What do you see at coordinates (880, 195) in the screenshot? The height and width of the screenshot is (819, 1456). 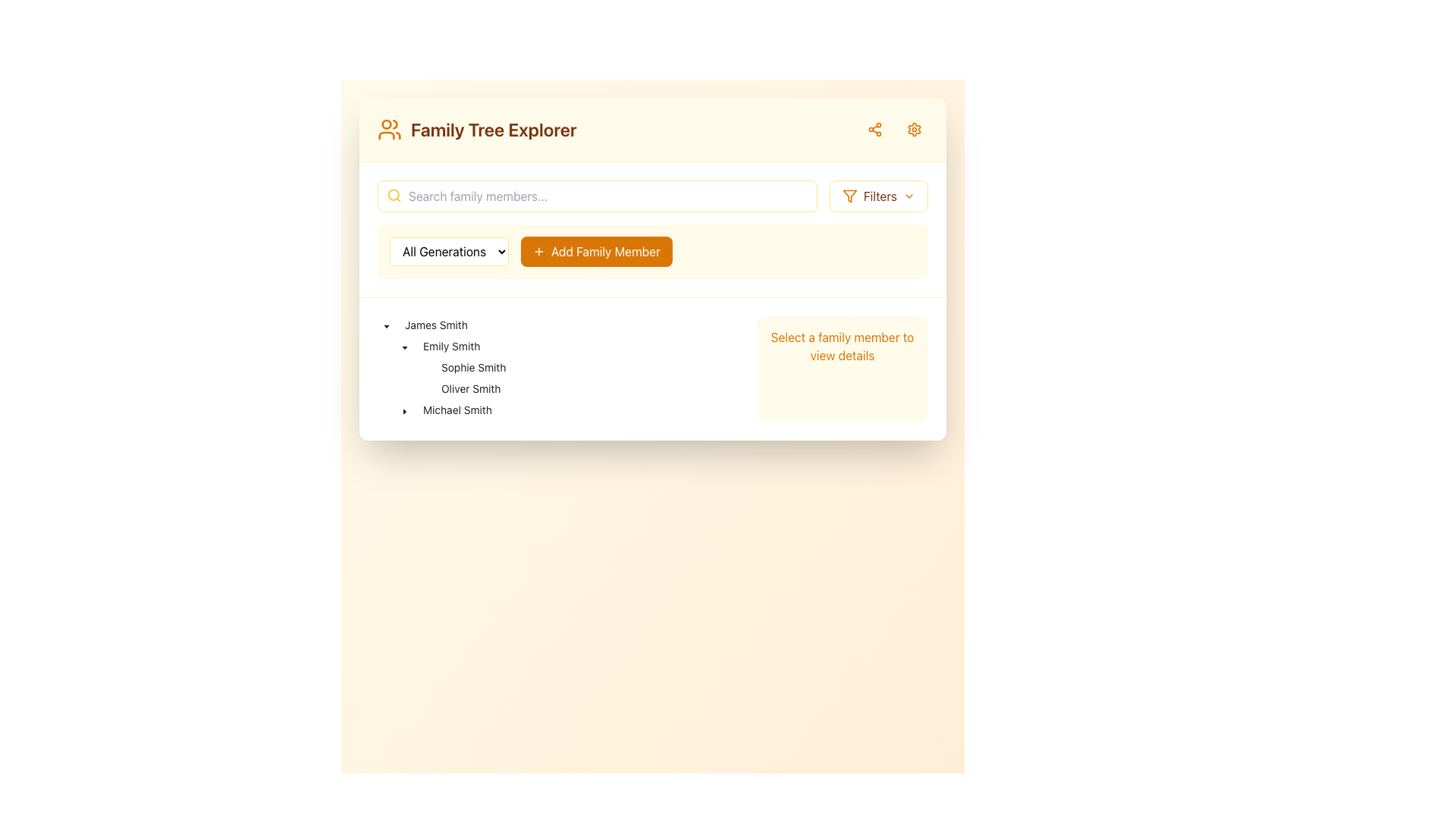 I see `the 'Filters' text label element, which is styled in bold amber color and located within a button-like structure in the upper-right section of the interface` at bounding box center [880, 195].